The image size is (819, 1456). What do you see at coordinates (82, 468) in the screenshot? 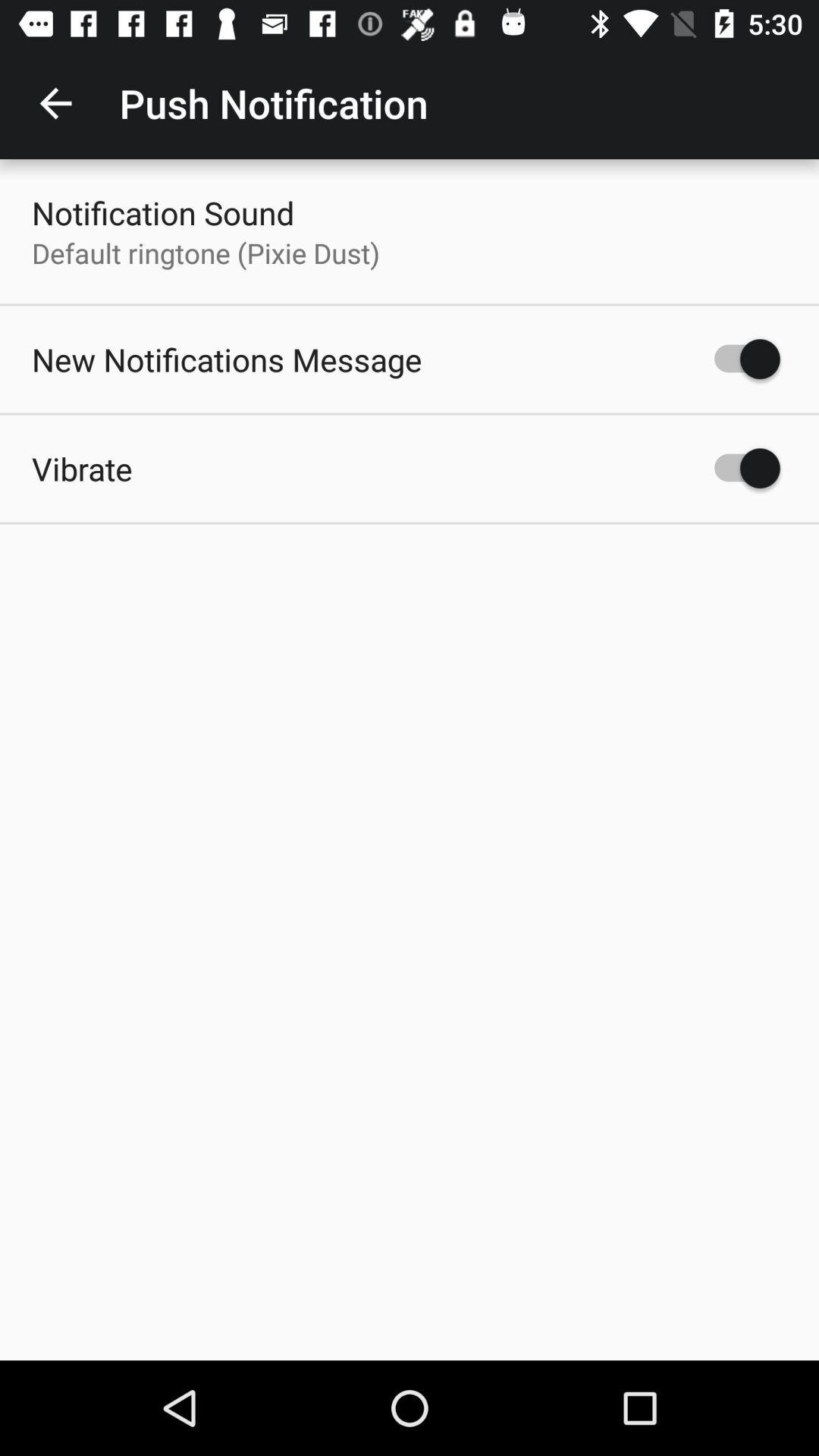
I see `the vibrate` at bounding box center [82, 468].